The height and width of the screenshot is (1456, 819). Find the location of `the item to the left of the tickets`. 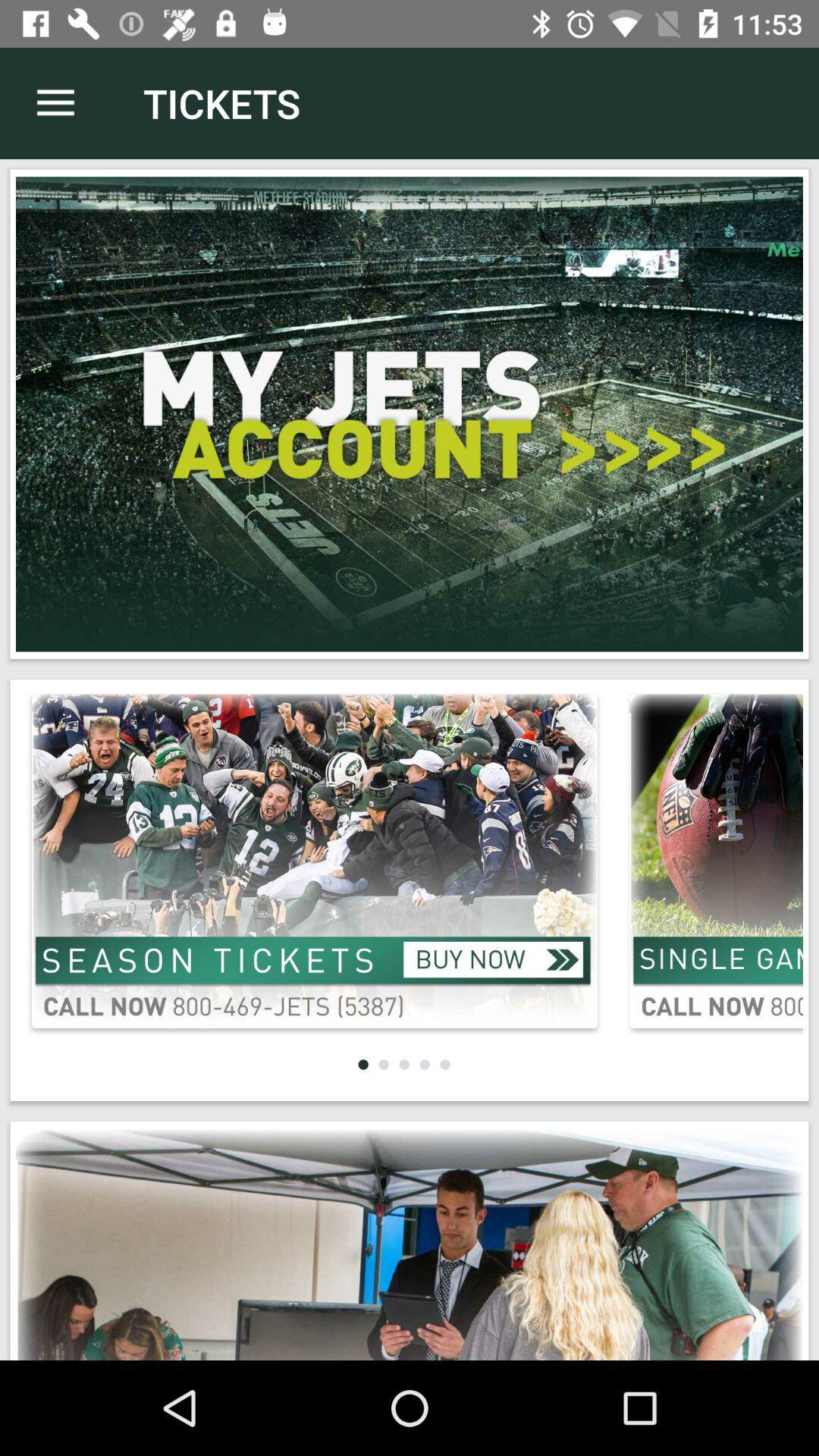

the item to the left of the tickets is located at coordinates (55, 102).